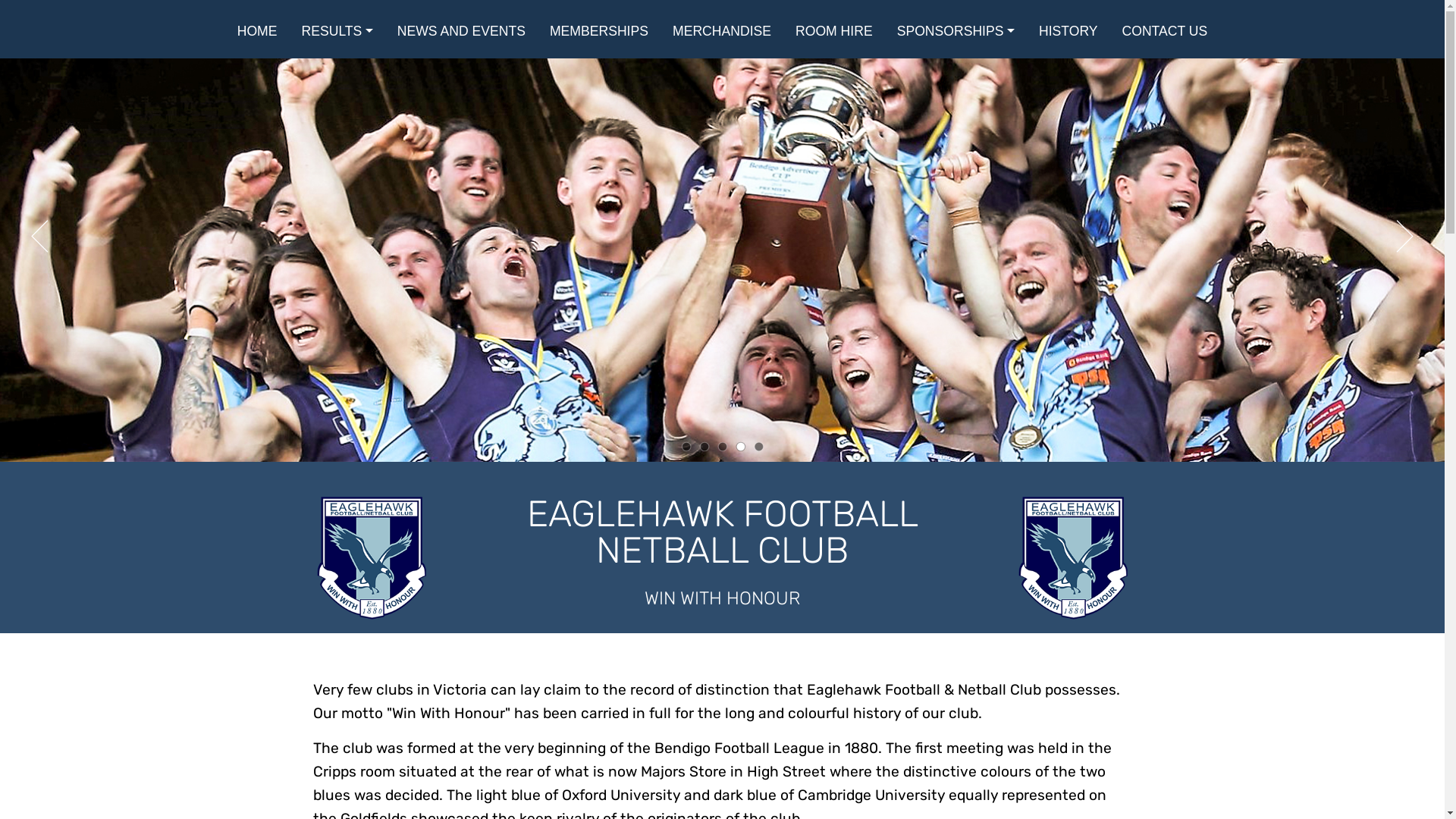 The width and height of the screenshot is (1456, 819). What do you see at coordinates (720, 31) in the screenshot?
I see `'MERCHANDISE'` at bounding box center [720, 31].